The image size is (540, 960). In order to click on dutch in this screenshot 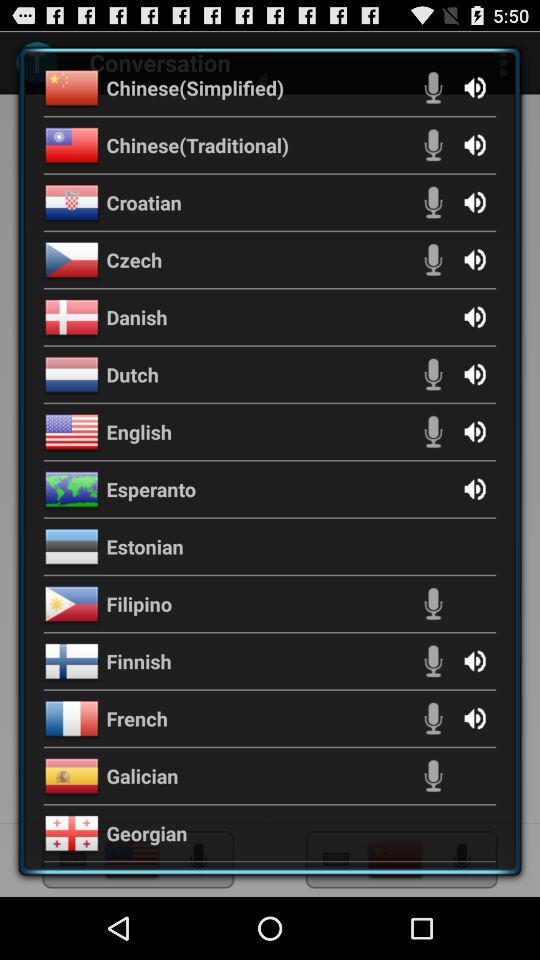, I will do `click(132, 373)`.